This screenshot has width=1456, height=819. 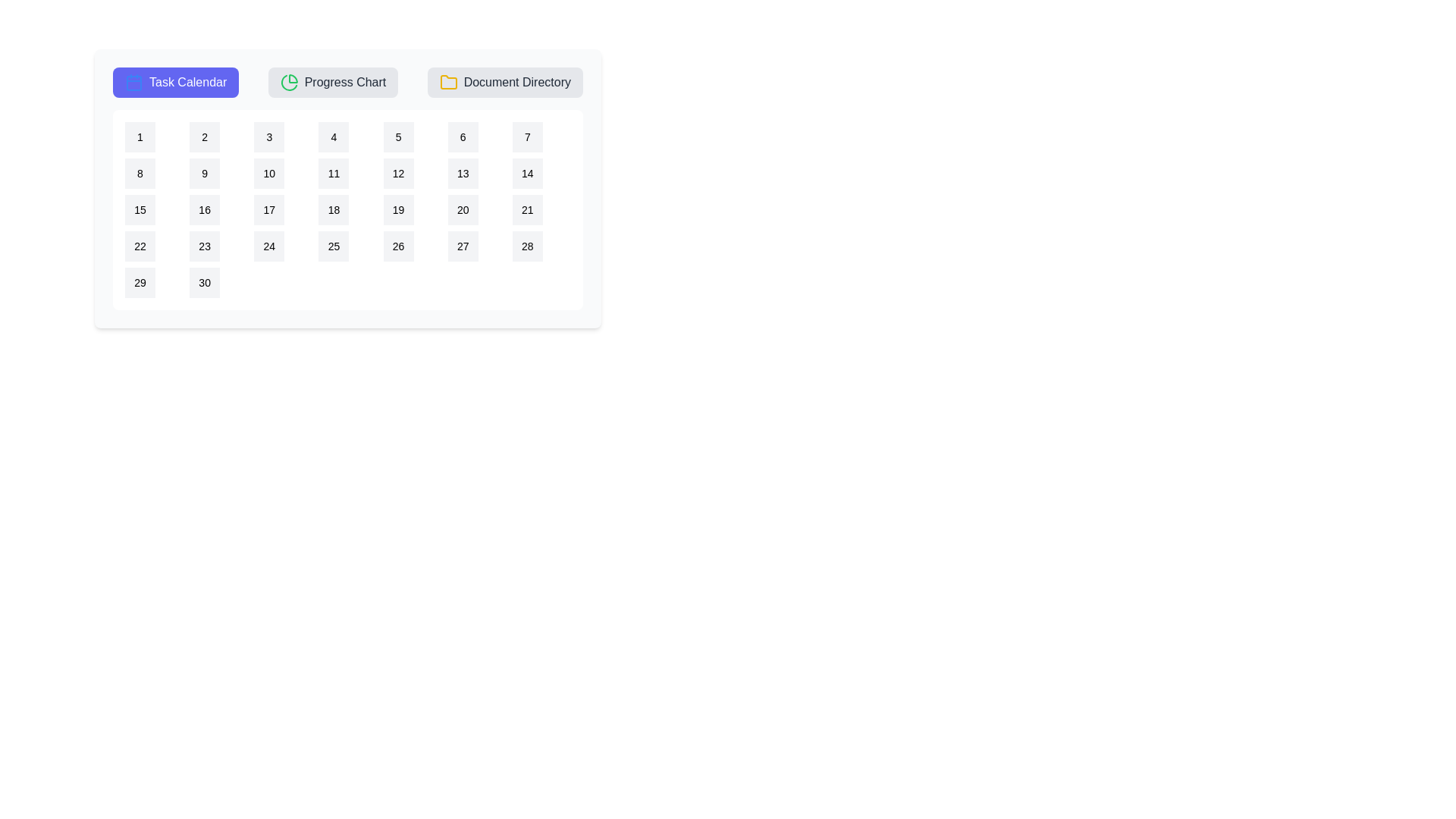 What do you see at coordinates (527, 245) in the screenshot?
I see `the calendar date 28` at bounding box center [527, 245].